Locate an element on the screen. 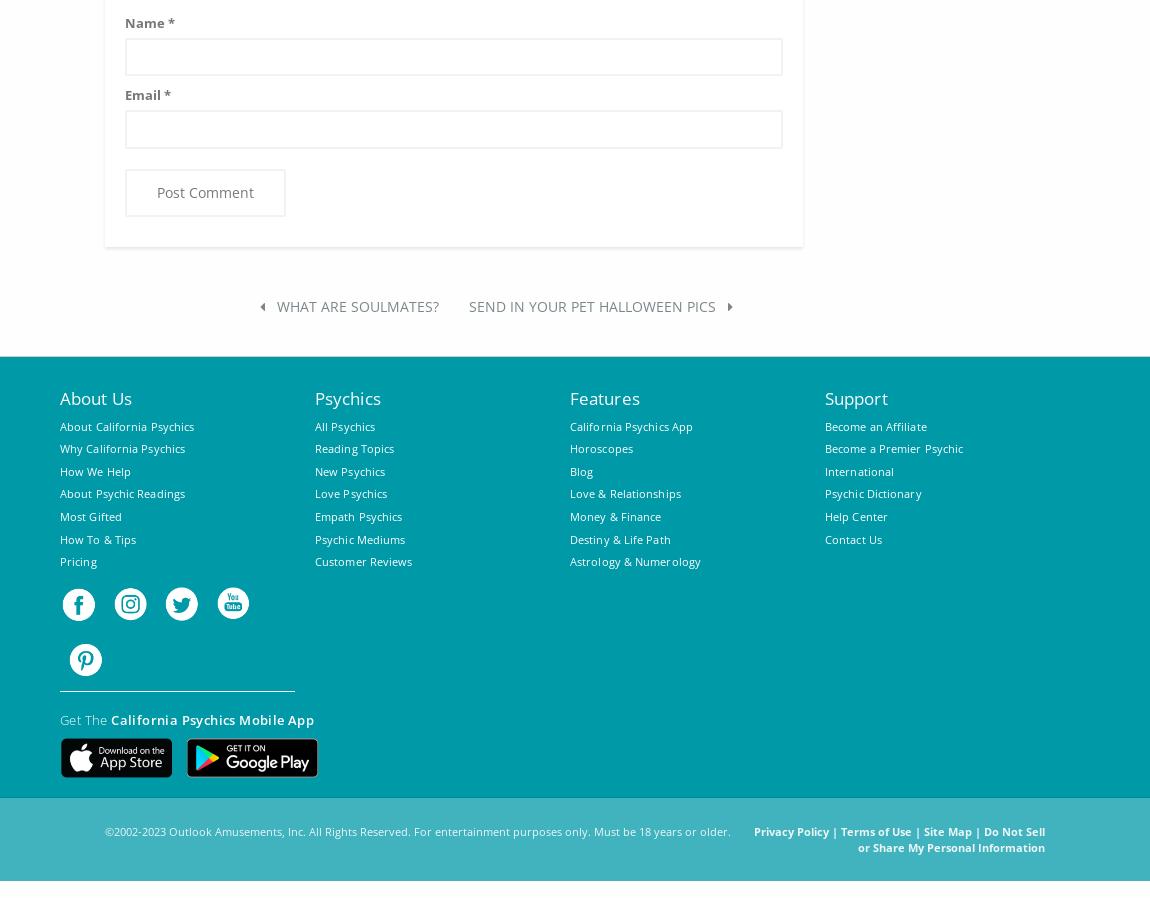  'Features' is located at coordinates (603, 397).